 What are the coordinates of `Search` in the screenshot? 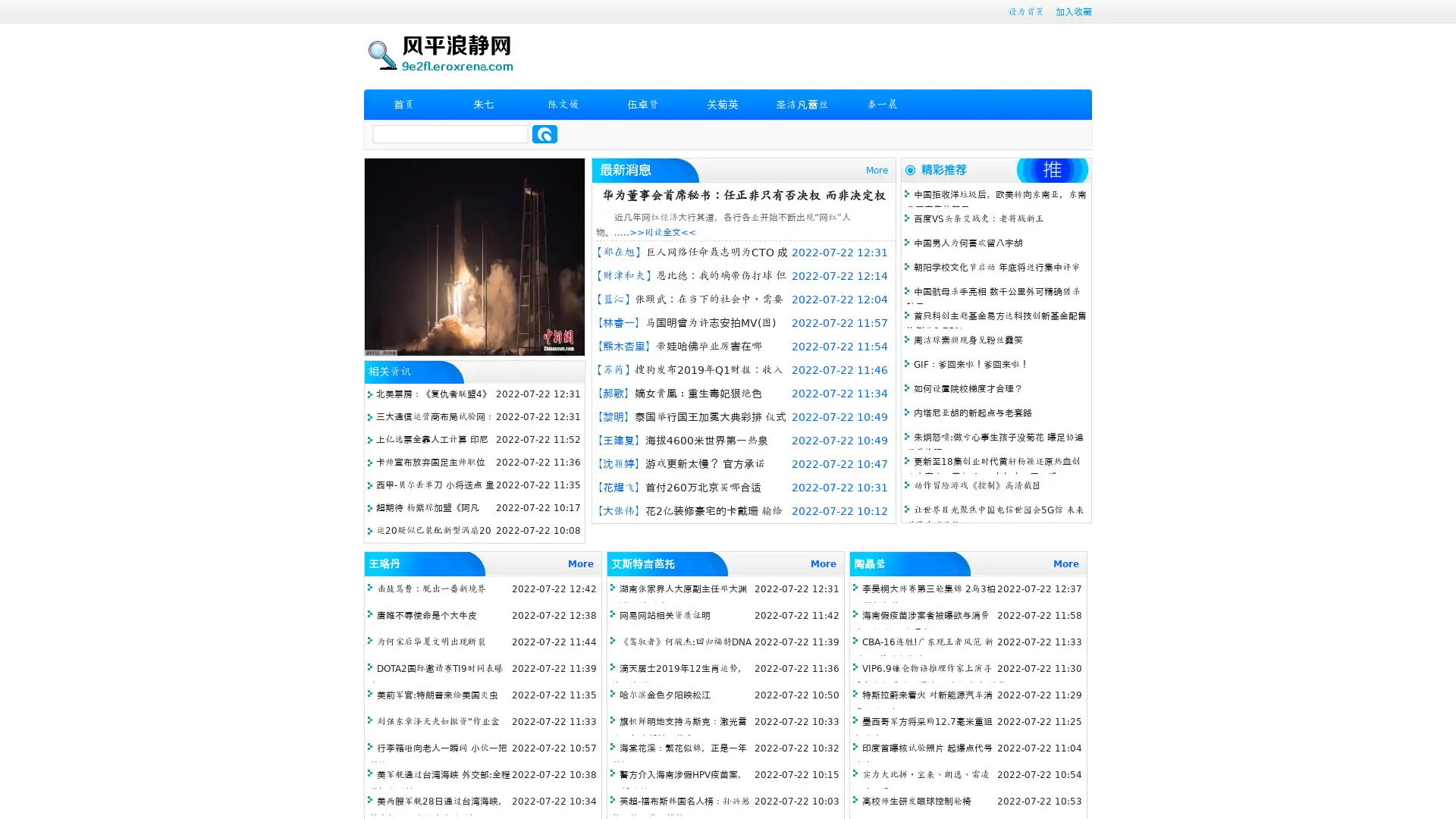 It's located at (544, 133).